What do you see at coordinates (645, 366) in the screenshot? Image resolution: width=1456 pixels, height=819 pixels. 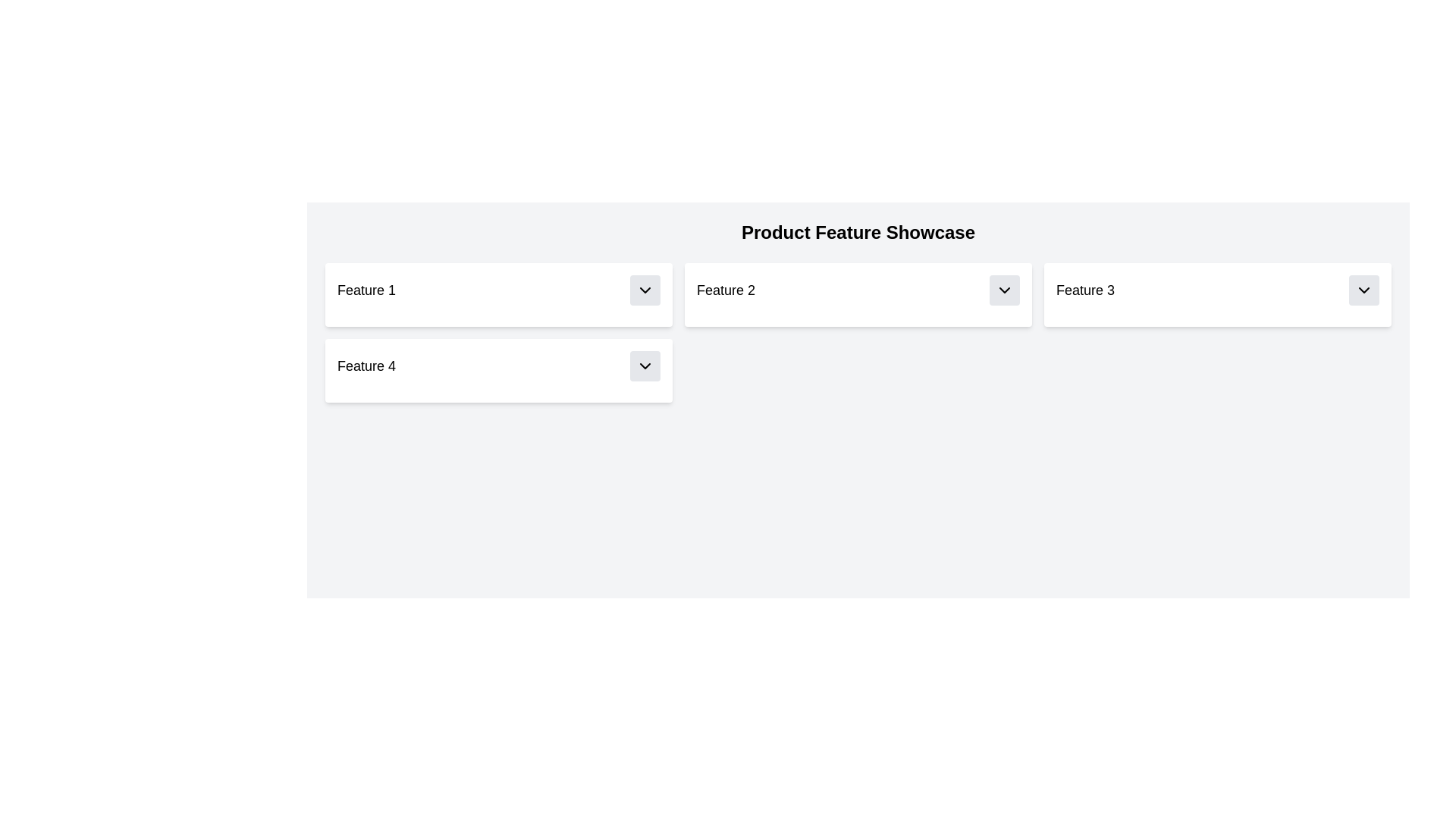 I see `the button with a gray background and rounded corners, located to the right of the 'Feature 4' text label, to interact` at bounding box center [645, 366].